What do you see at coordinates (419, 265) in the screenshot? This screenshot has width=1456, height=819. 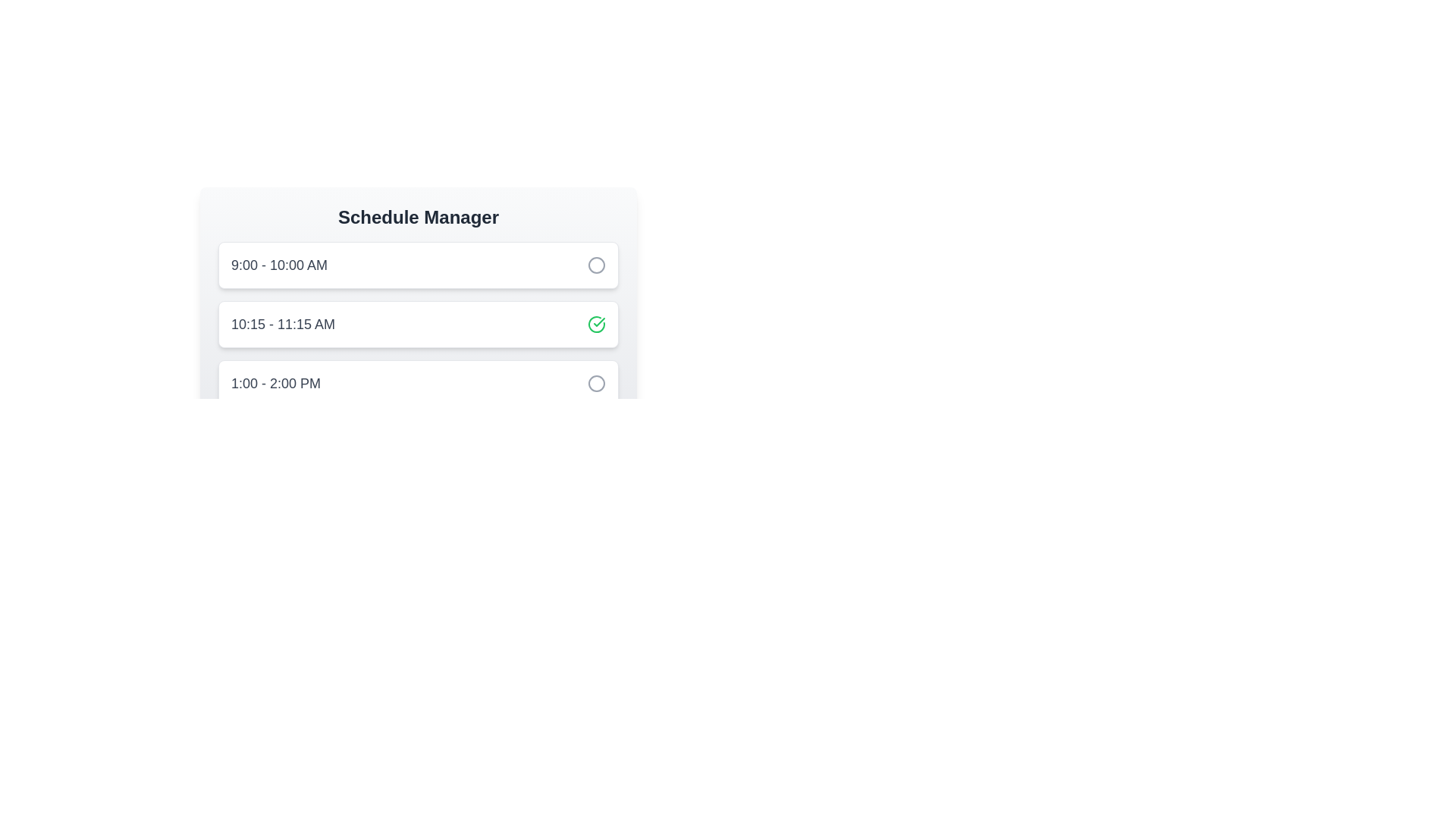 I see `the timeslot corresponding to 1` at bounding box center [419, 265].